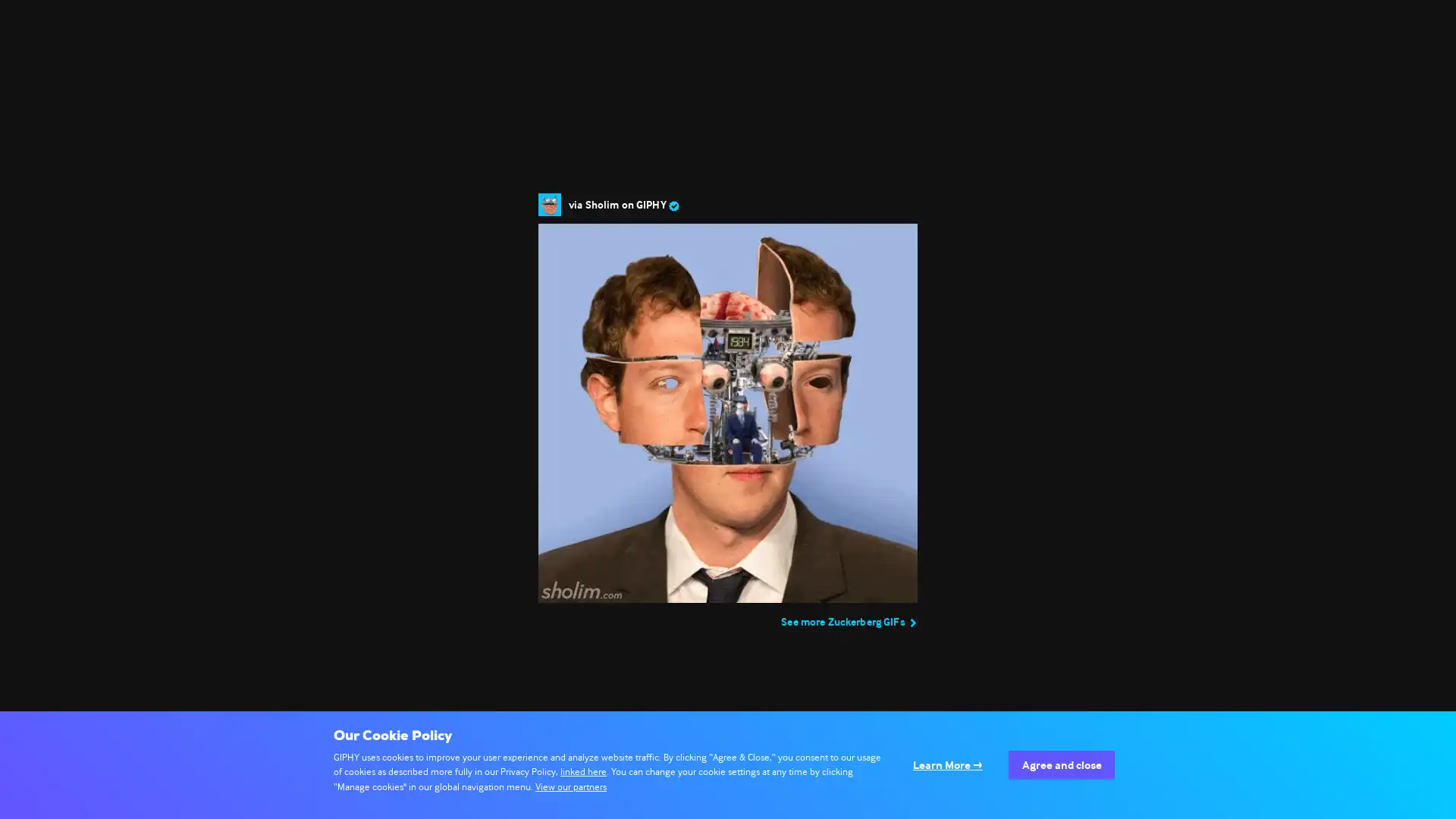  I want to click on View our partners, so click(570, 785).